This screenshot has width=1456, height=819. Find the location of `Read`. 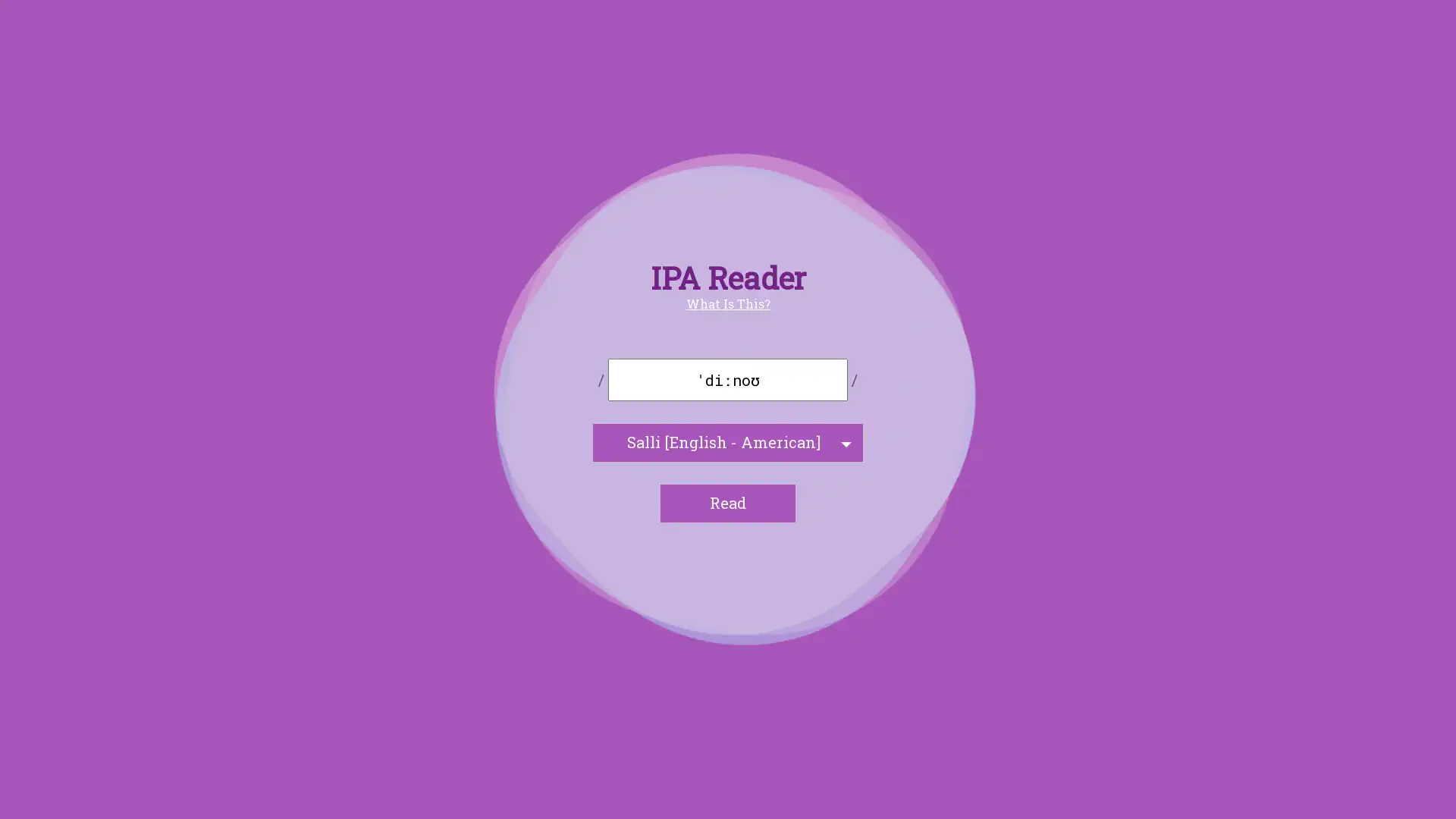

Read is located at coordinates (728, 503).